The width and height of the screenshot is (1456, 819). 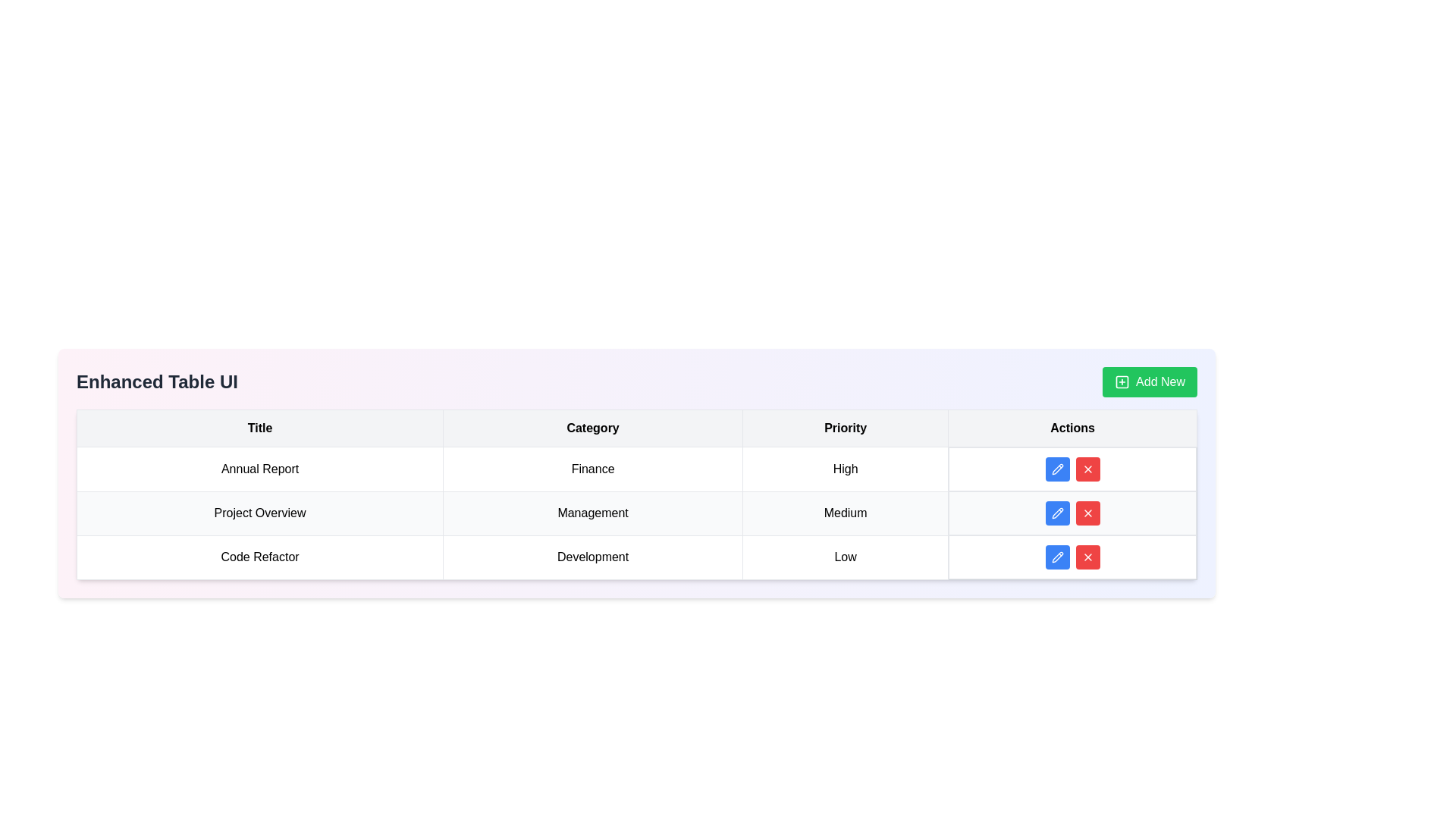 I want to click on the edit button in the 'Actions' column of the third row in the table, so click(x=1056, y=513).